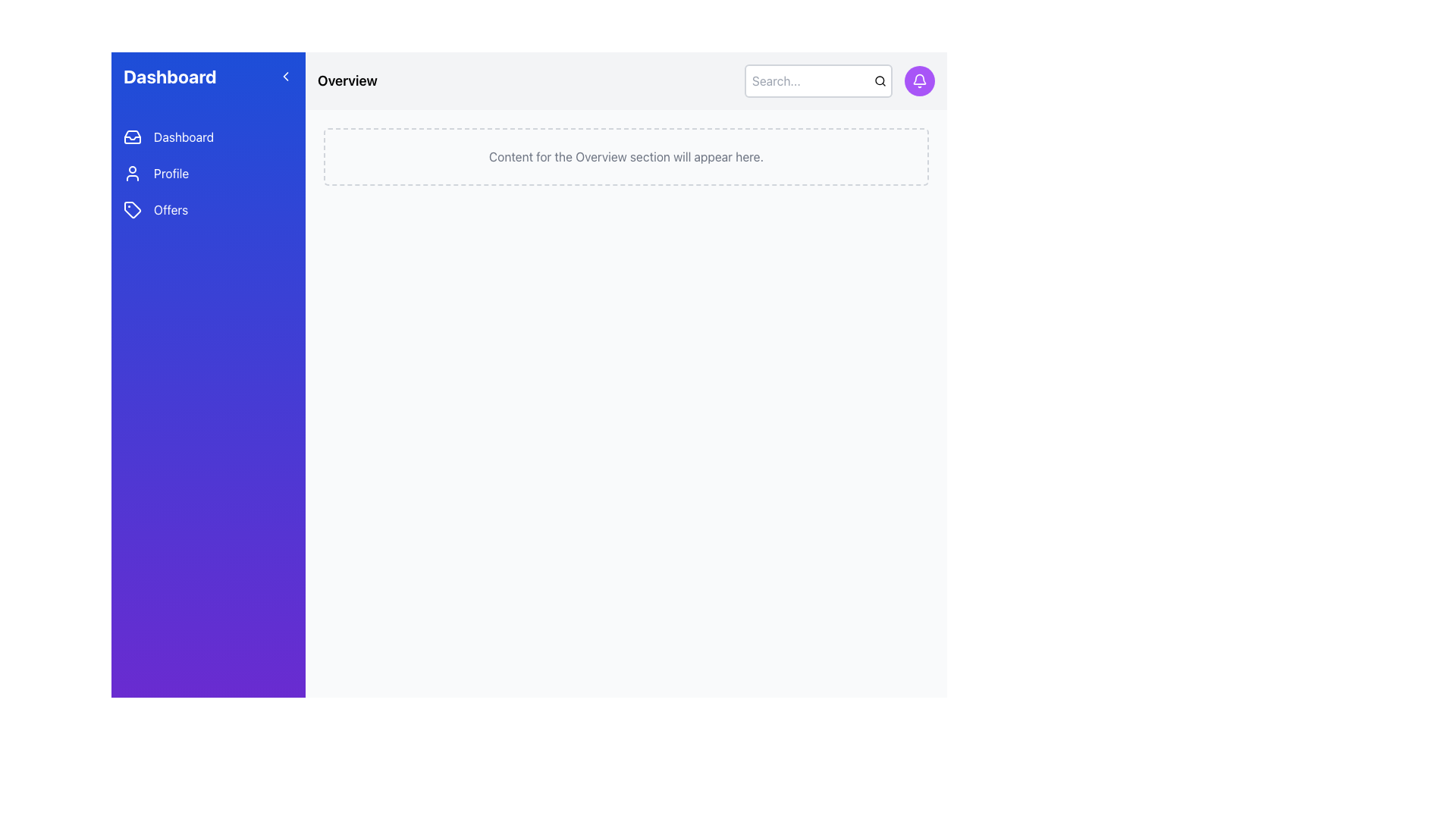 The image size is (1456, 819). I want to click on the informational Static Text in the 'Overview' section that indicates further content will be displayed when available, so click(626, 157).